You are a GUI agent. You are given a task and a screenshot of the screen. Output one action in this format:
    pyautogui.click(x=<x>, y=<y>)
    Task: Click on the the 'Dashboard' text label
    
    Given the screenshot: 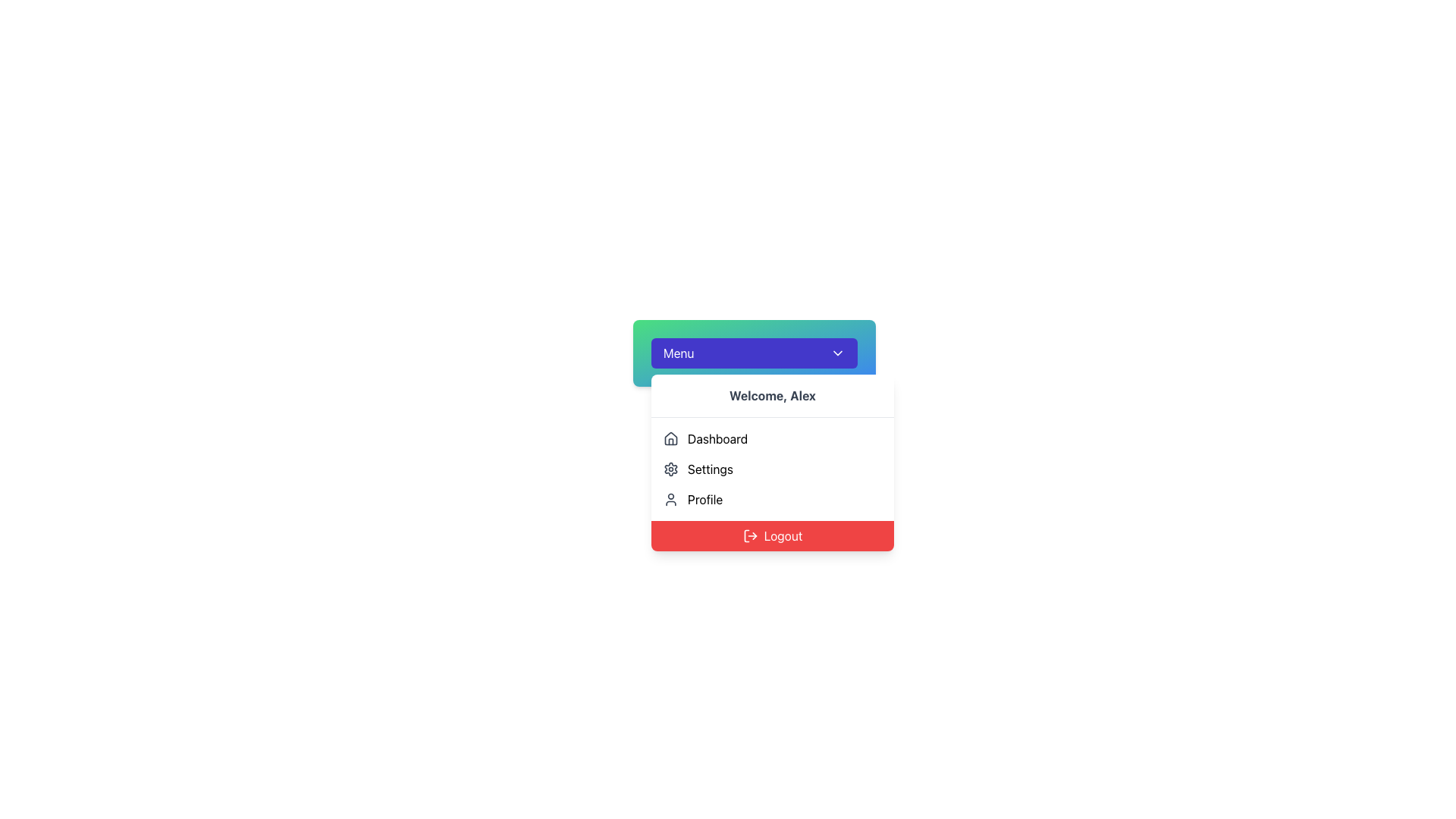 What is the action you would take?
    pyautogui.click(x=717, y=438)
    